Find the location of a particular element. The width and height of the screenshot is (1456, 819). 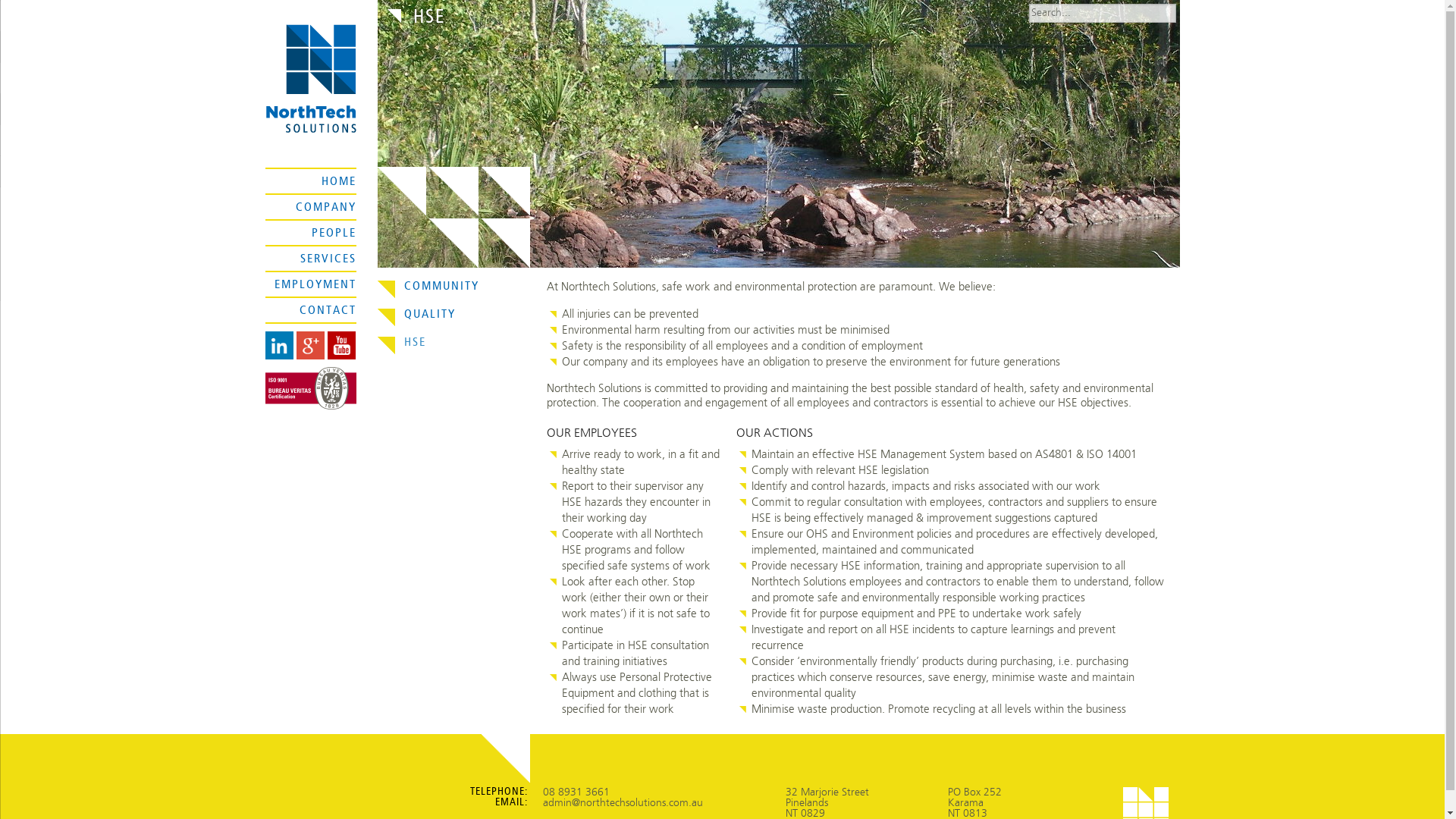

'HOME' is located at coordinates (337, 180).